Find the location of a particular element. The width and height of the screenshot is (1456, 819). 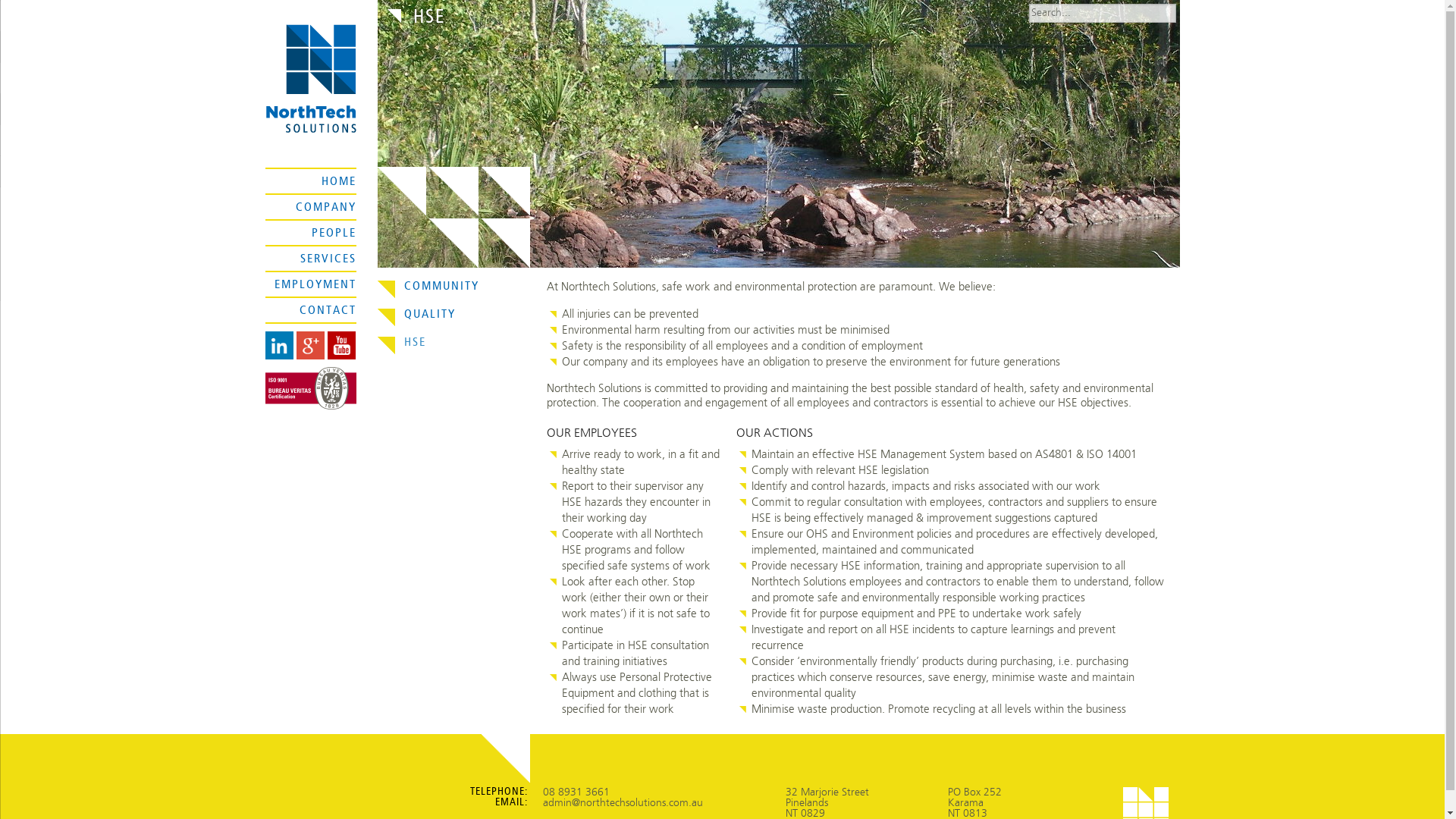

'HOME' is located at coordinates (337, 180).